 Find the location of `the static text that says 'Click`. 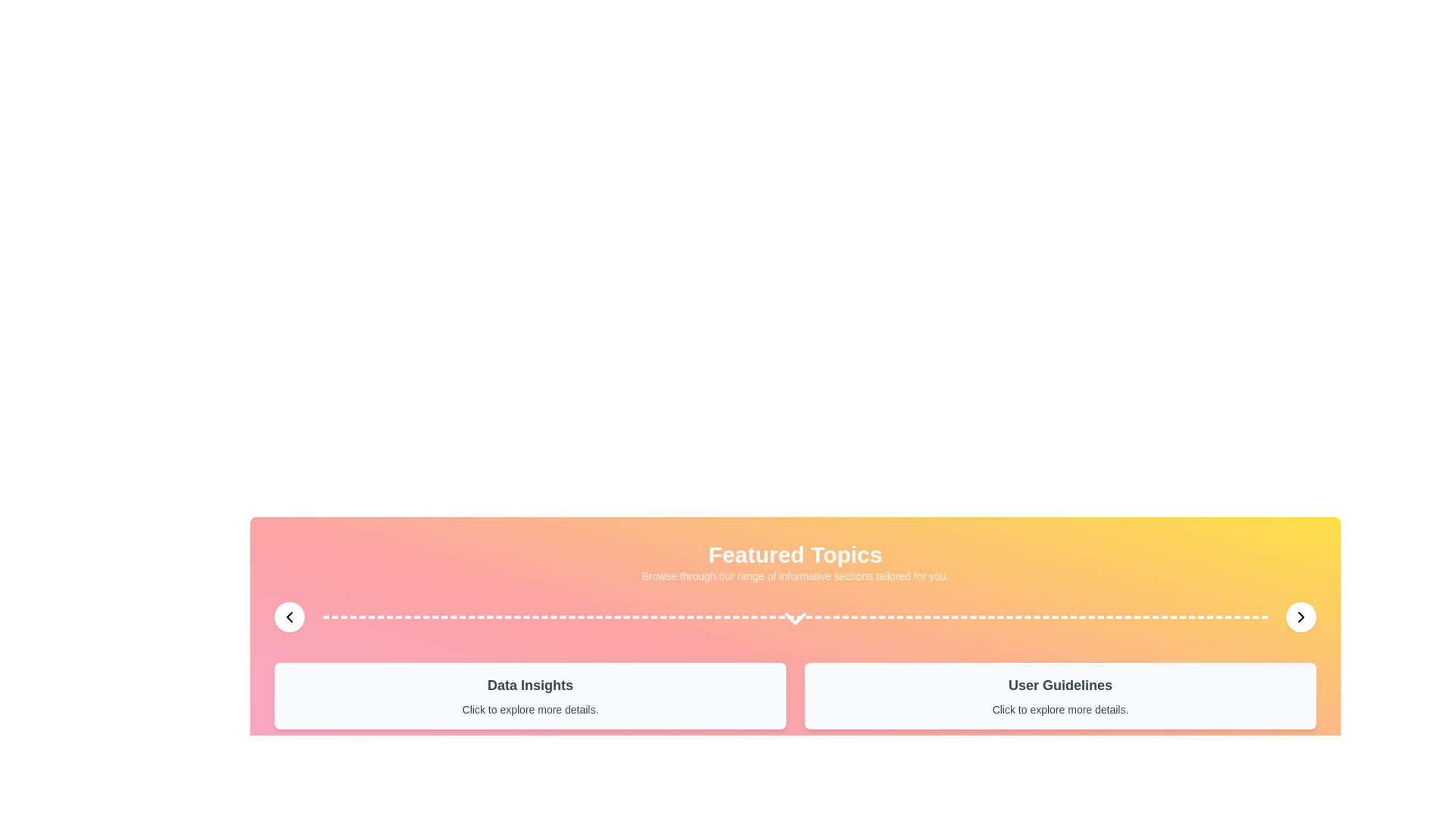

the static text that says 'Click is located at coordinates (530, 710).